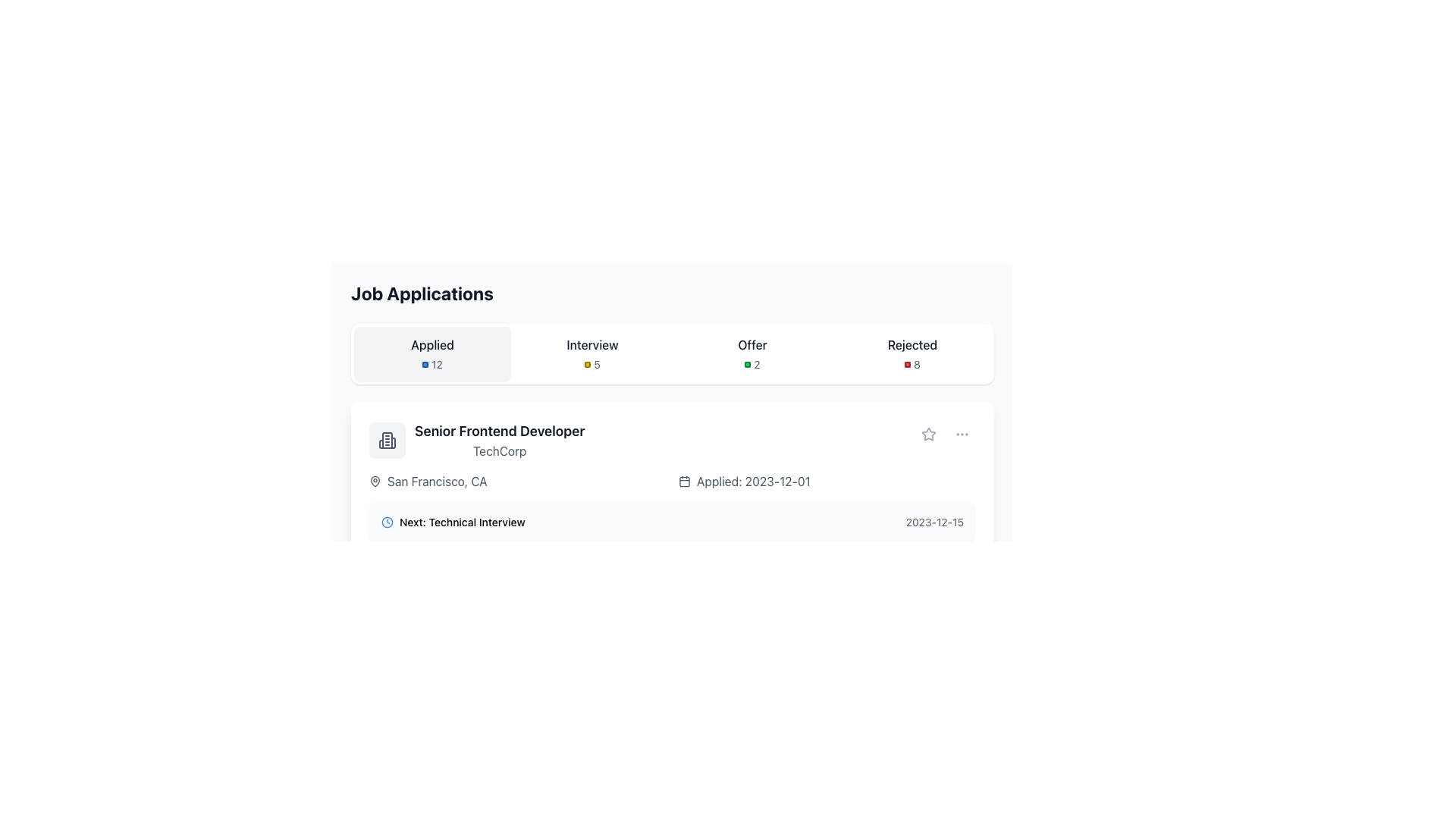 Image resolution: width=1456 pixels, height=819 pixels. I want to click on the static text display showing the number '5' within the 'Interview' segment of the job application statuses, so click(596, 365).